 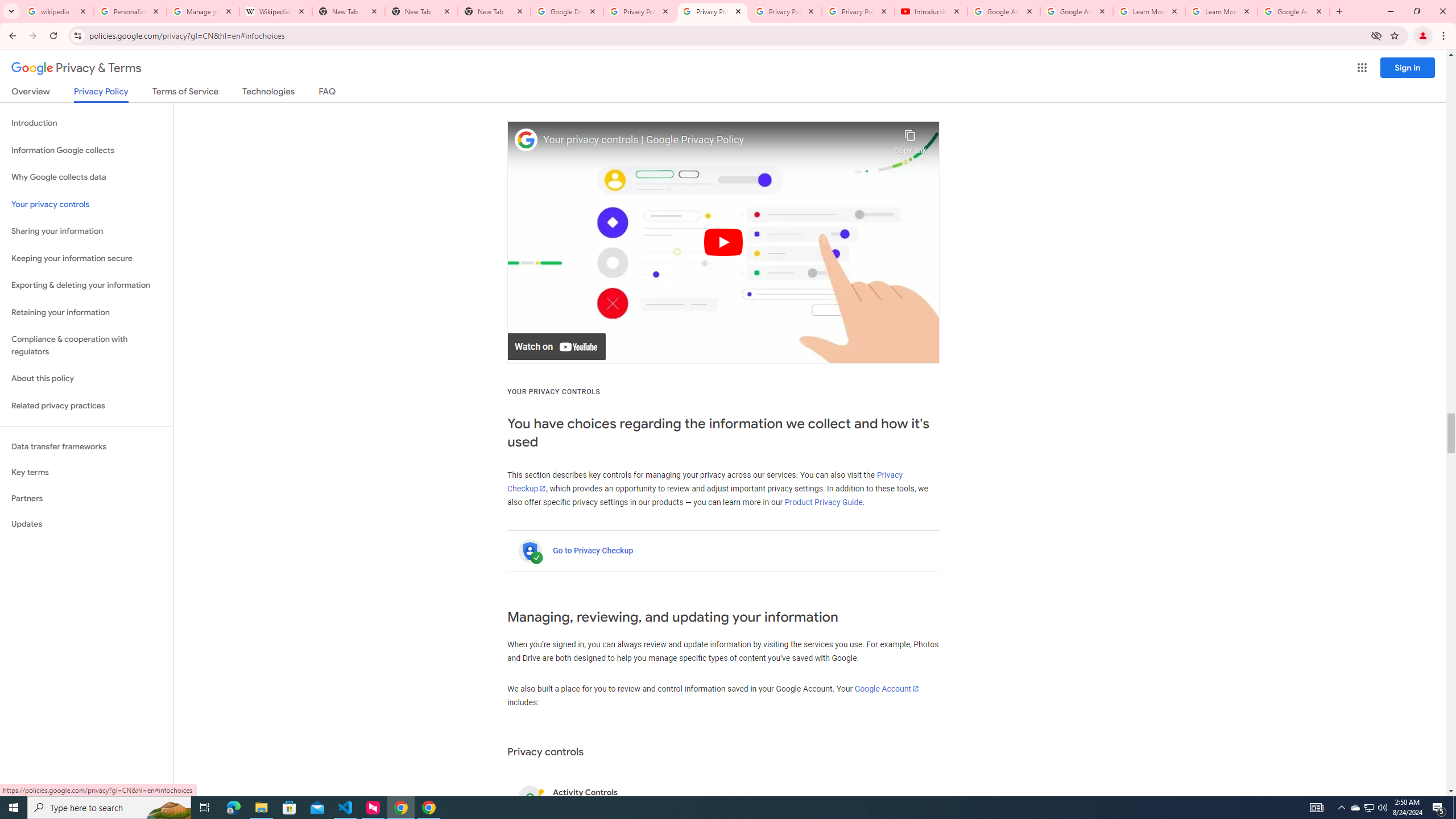 I want to click on 'Third-party cookies blocked', so click(x=1376, y=35).